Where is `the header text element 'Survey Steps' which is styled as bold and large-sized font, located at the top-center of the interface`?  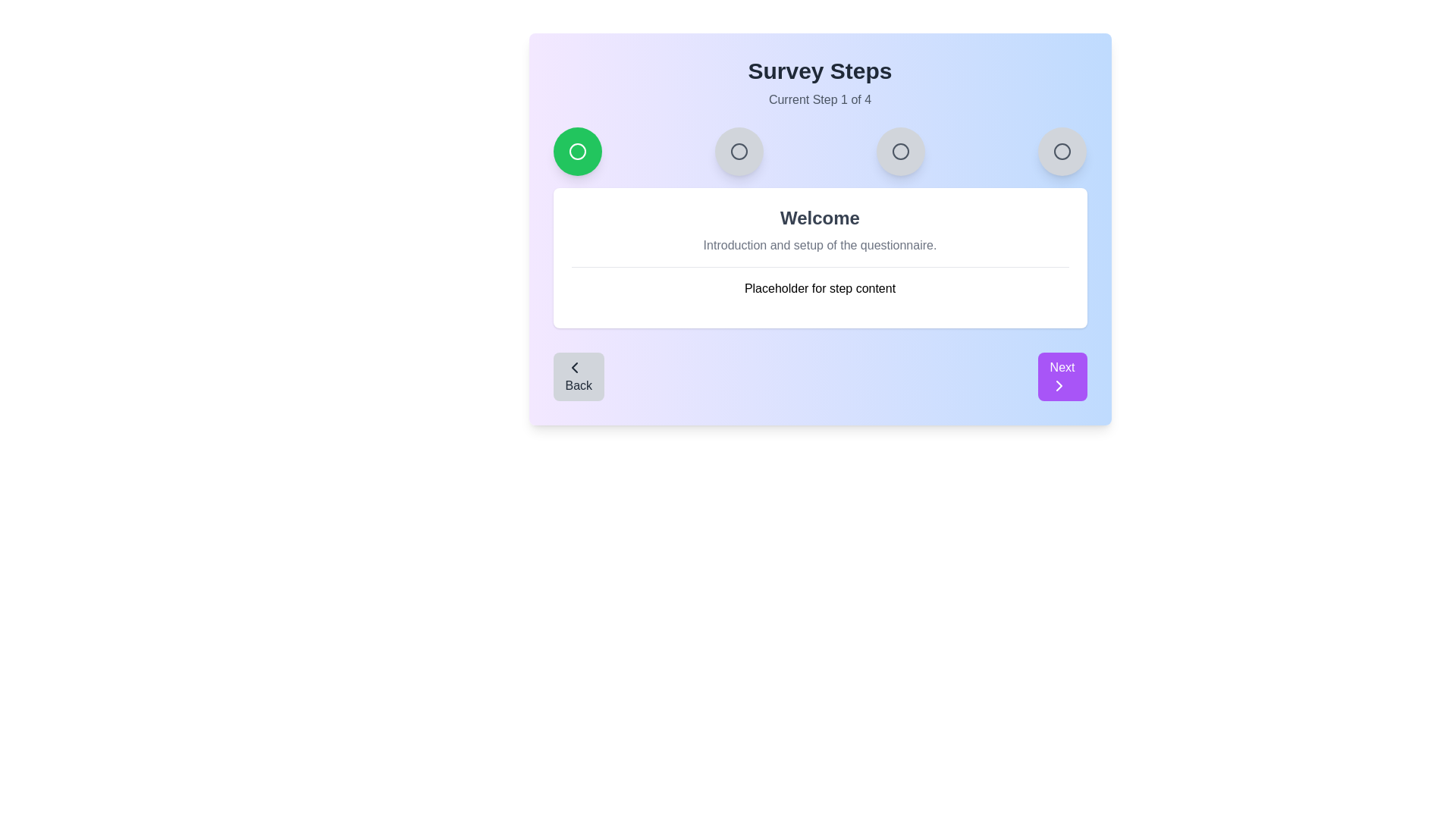
the header text element 'Survey Steps' which is styled as bold and large-sized font, located at the top-center of the interface is located at coordinates (819, 71).